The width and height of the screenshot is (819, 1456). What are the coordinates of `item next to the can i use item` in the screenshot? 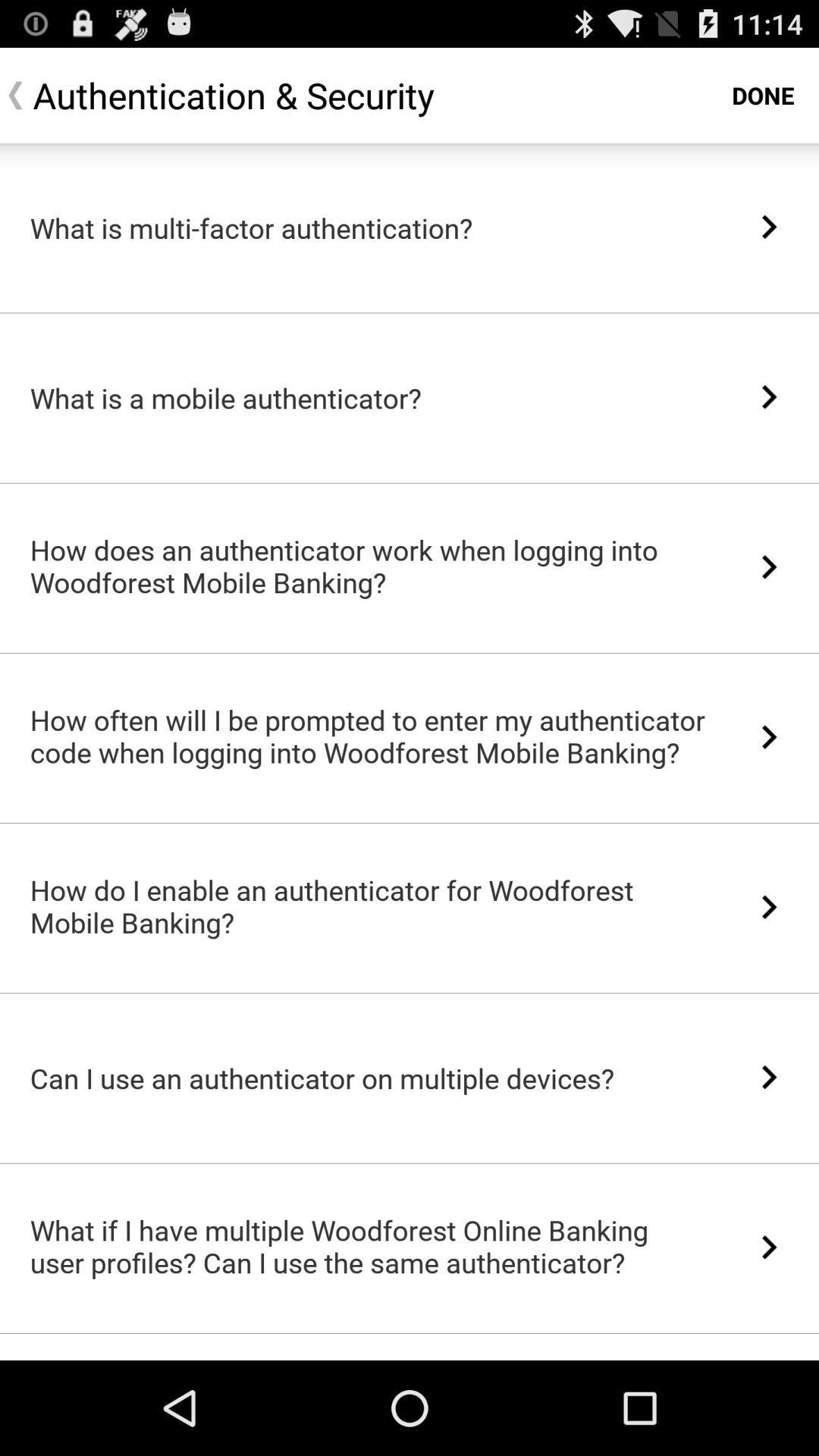 It's located at (769, 1076).